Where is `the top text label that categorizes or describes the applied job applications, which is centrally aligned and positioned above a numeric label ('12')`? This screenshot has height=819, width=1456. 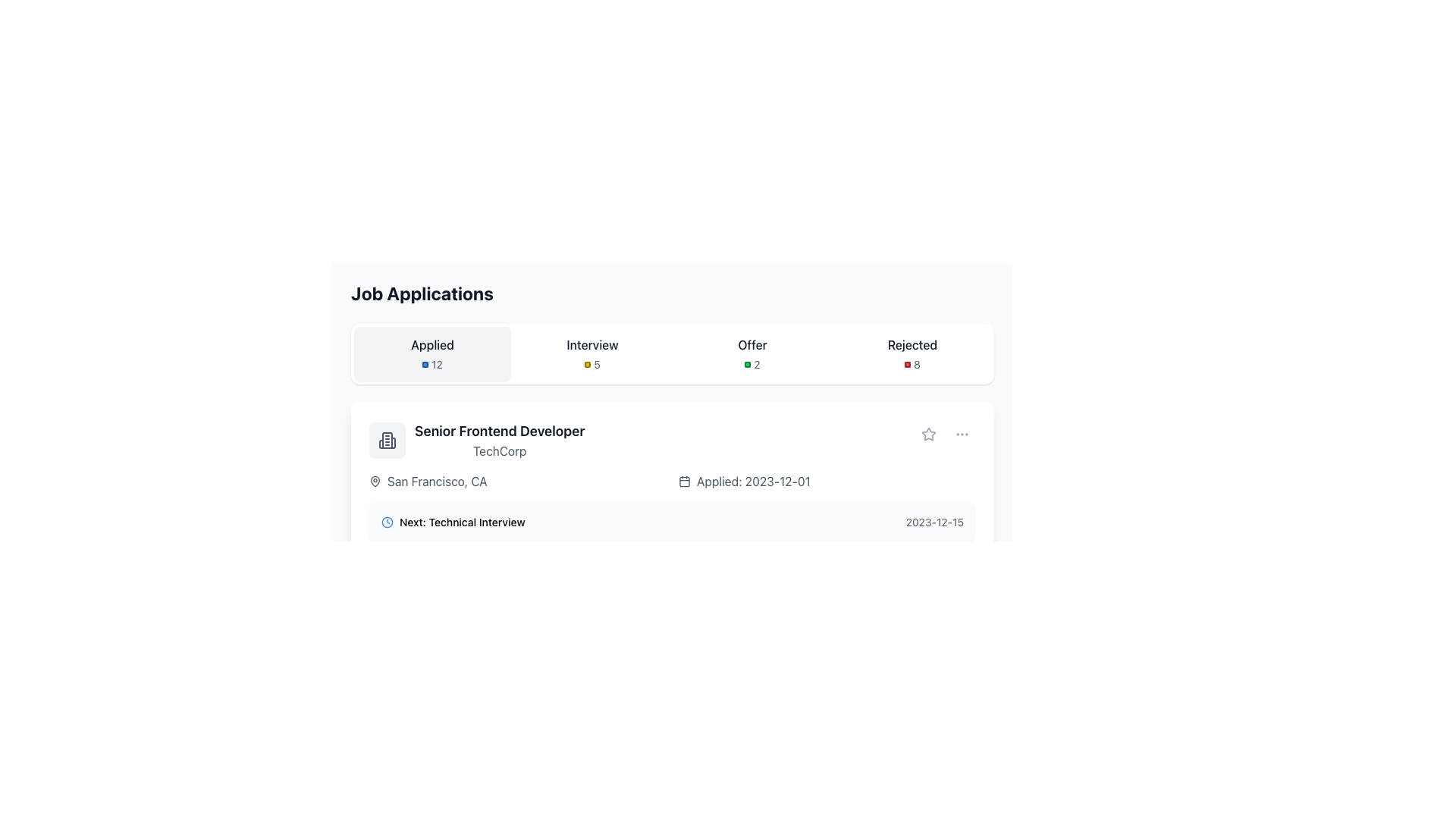
the top text label that categorizes or describes the applied job applications, which is centrally aligned and positioned above a numeric label ('12') is located at coordinates (431, 345).